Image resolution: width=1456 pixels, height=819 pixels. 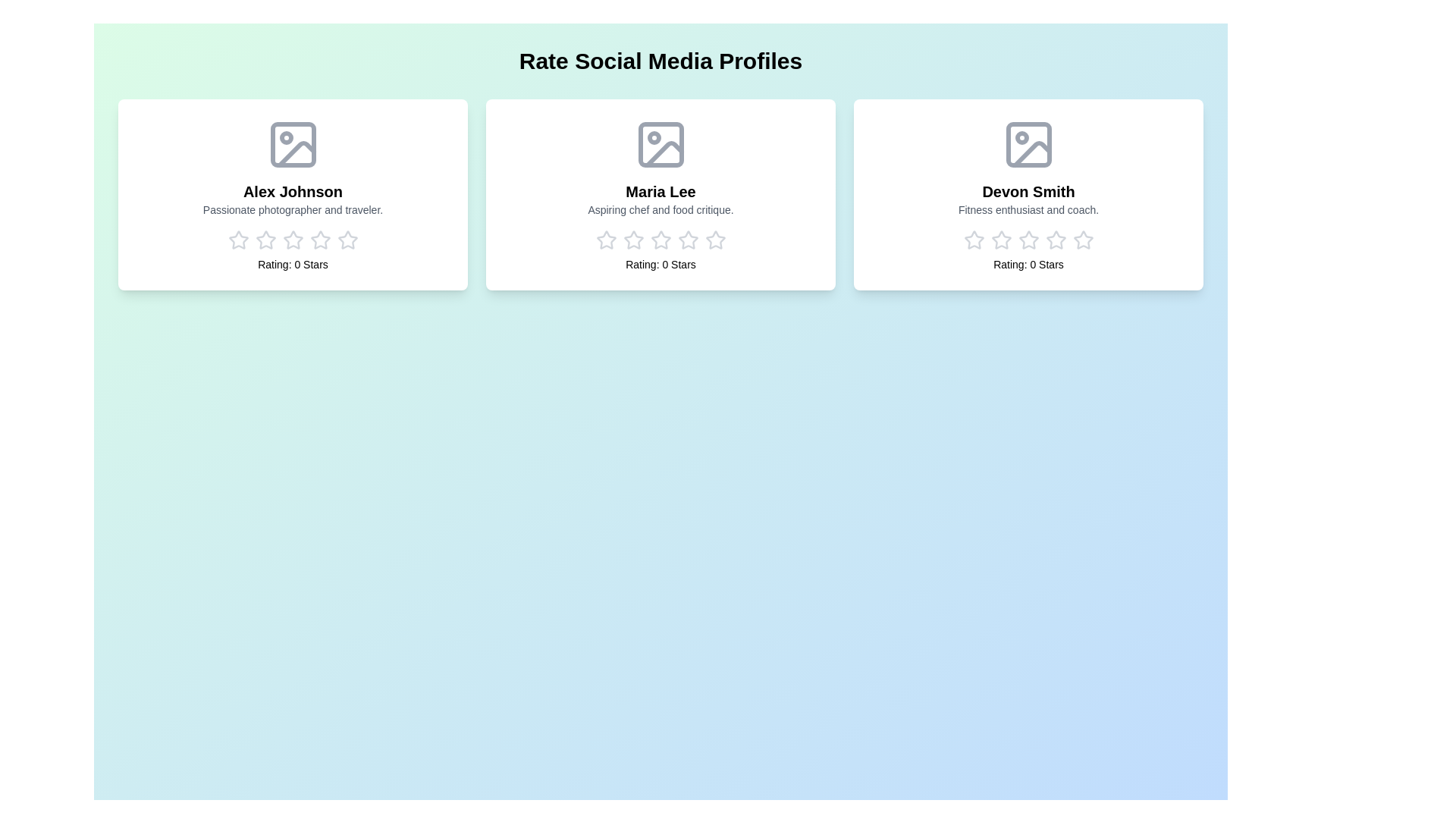 I want to click on the profile card of Alex Johnson to observe the animation effect, so click(x=293, y=194).